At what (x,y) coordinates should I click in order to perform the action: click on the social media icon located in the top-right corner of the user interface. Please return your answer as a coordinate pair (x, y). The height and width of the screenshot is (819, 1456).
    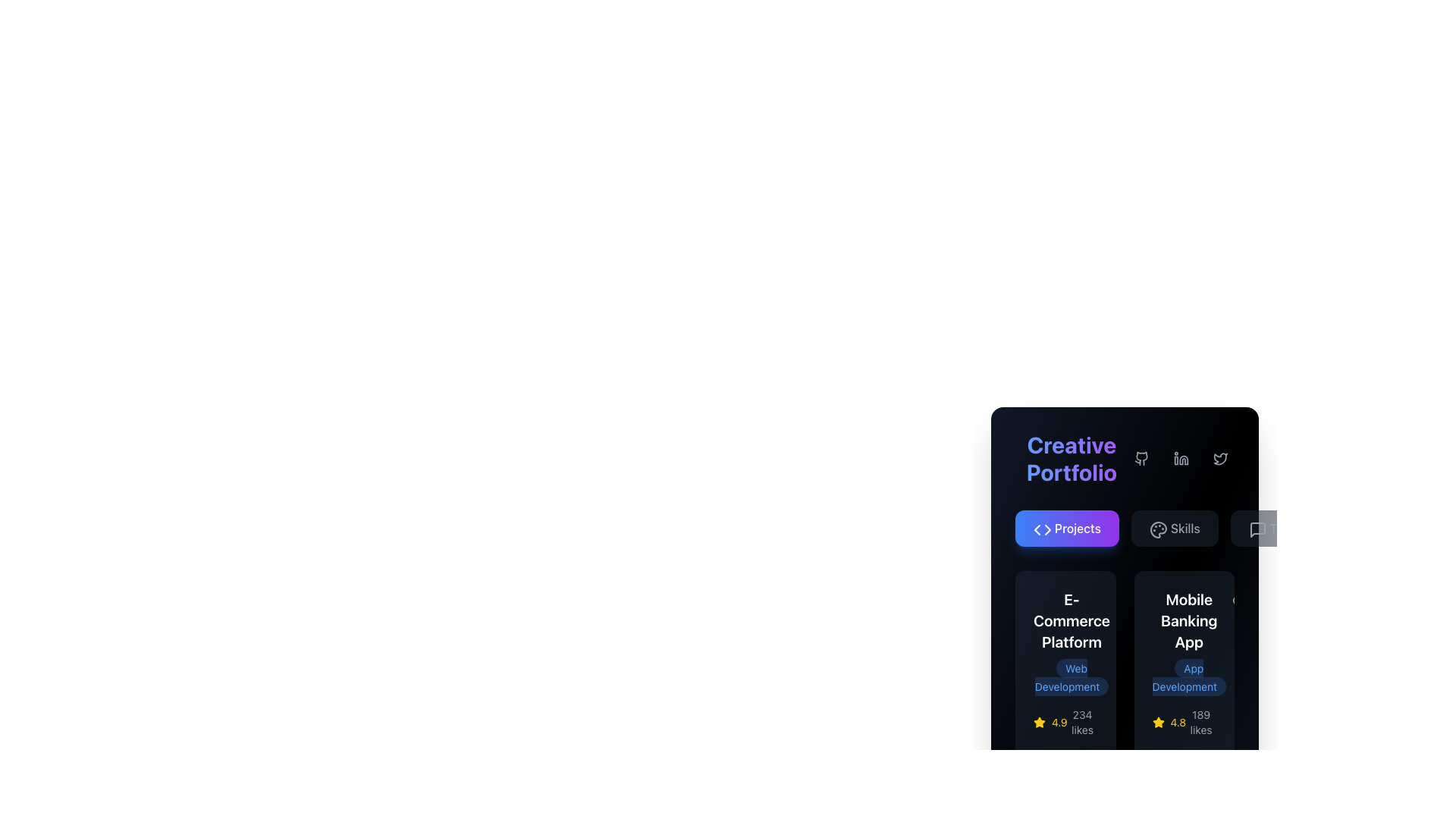
    Looking at the image, I should click on (1220, 458).